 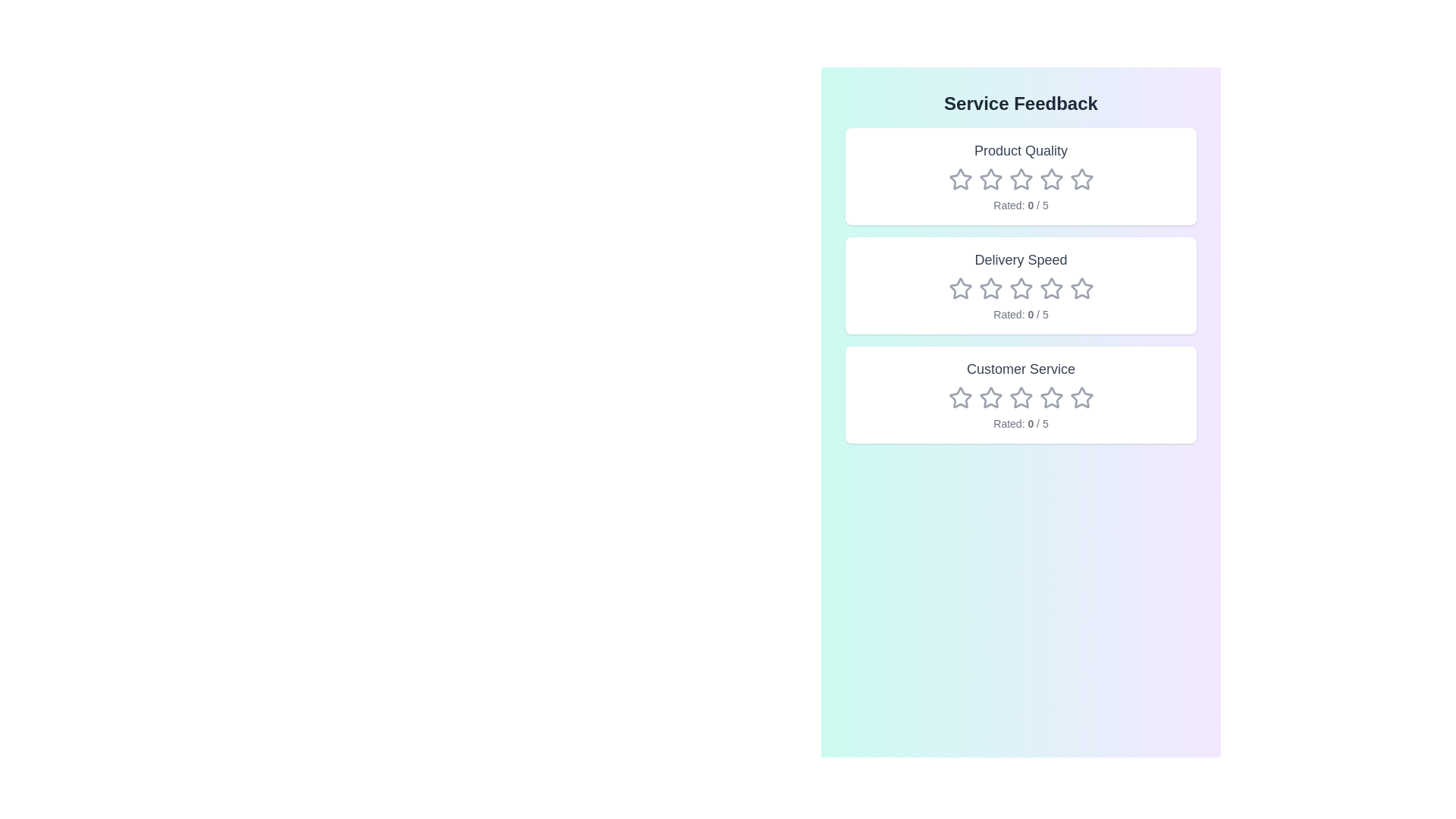 What do you see at coordinates (990, 289) in the screenshot?
I see `the rating for the category Delivery Speed to 2 stars` at bounding box center [990, 289].